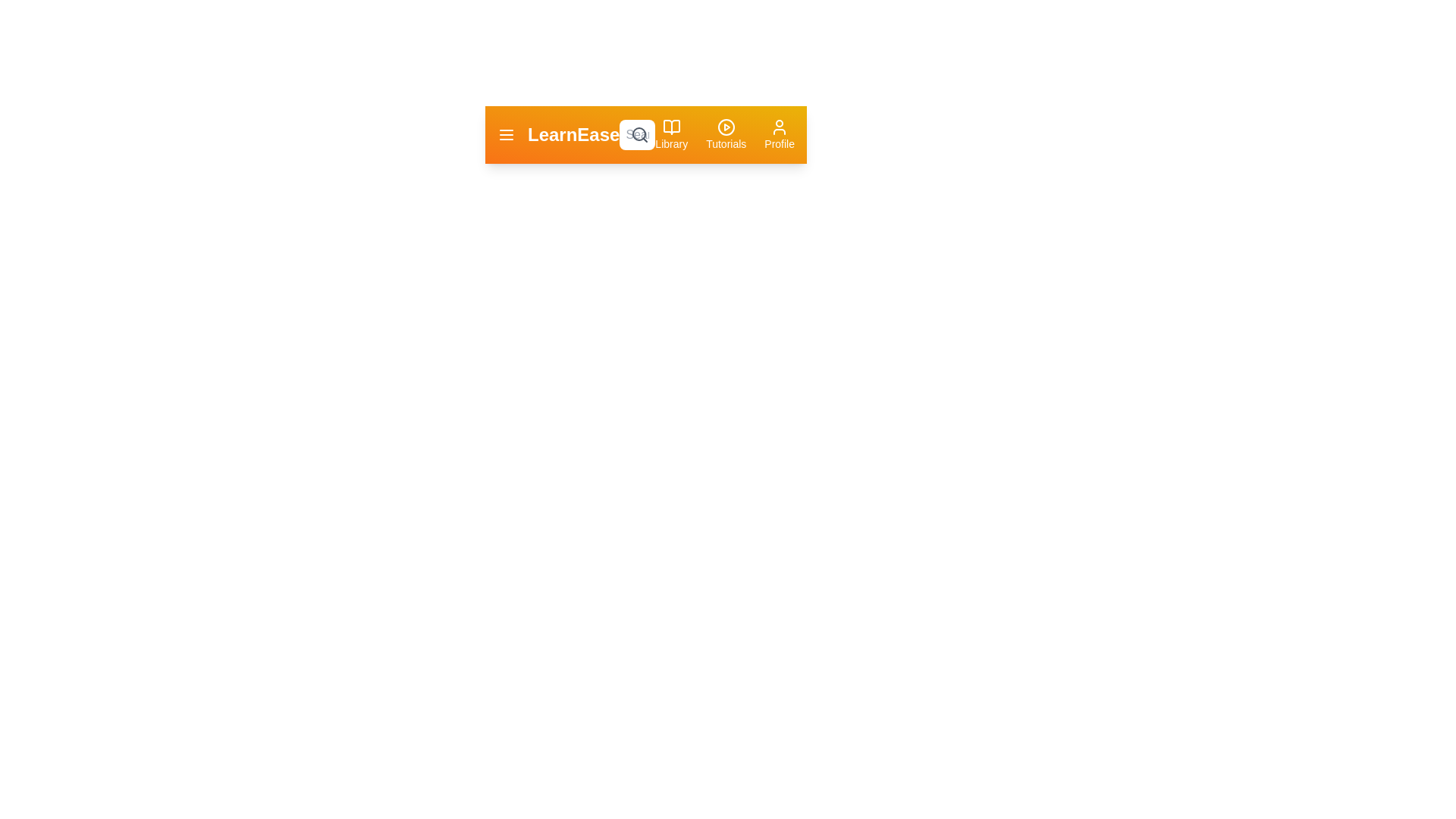 The image size is (1456, 819). Describe the element at coordinates (506, 133) in the screenshot. I see `the menu button to open the navigation menu` at that location.